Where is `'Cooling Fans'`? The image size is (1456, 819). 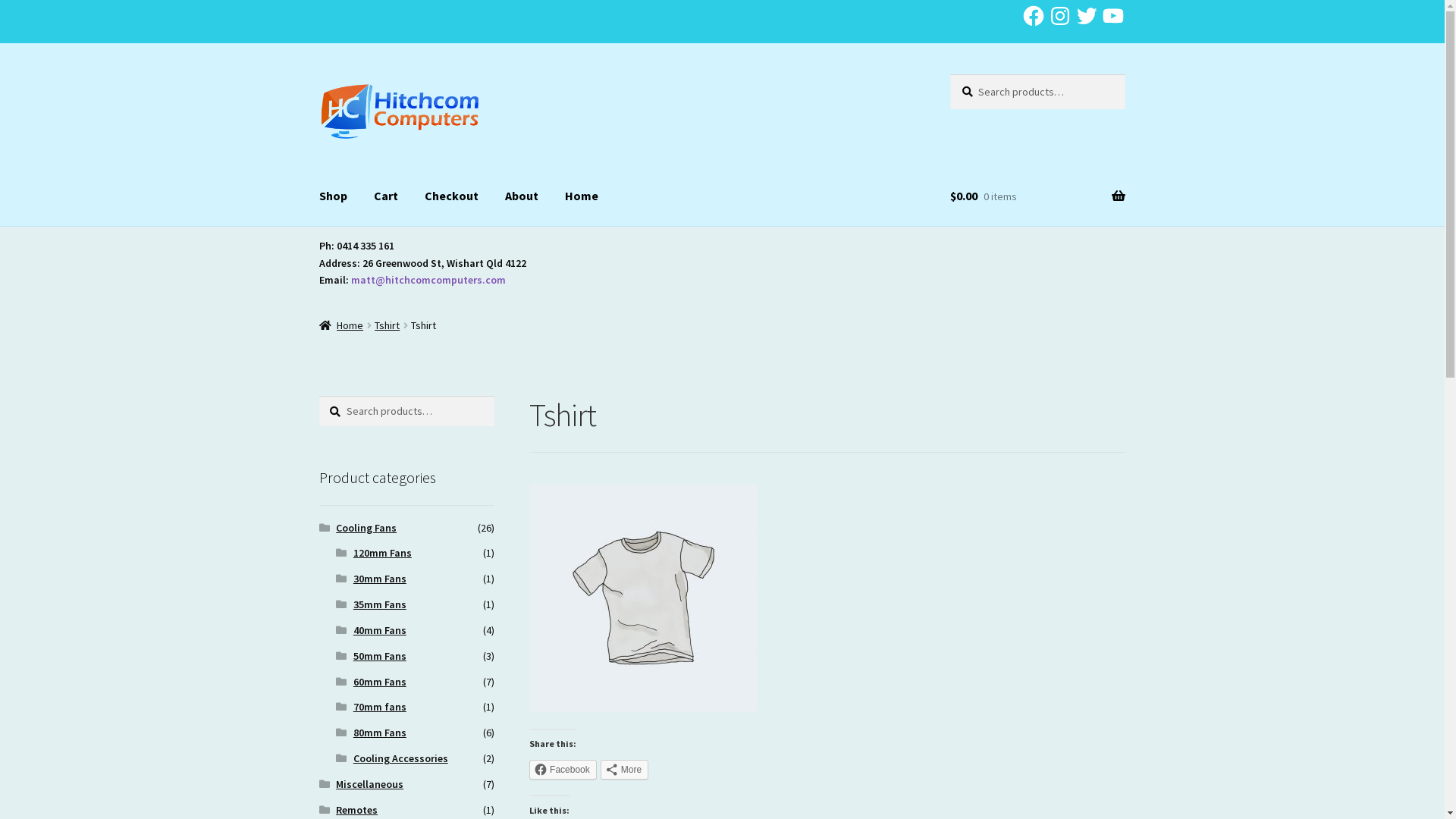 'Cooling Fans' is located at coordinates (366, 526).